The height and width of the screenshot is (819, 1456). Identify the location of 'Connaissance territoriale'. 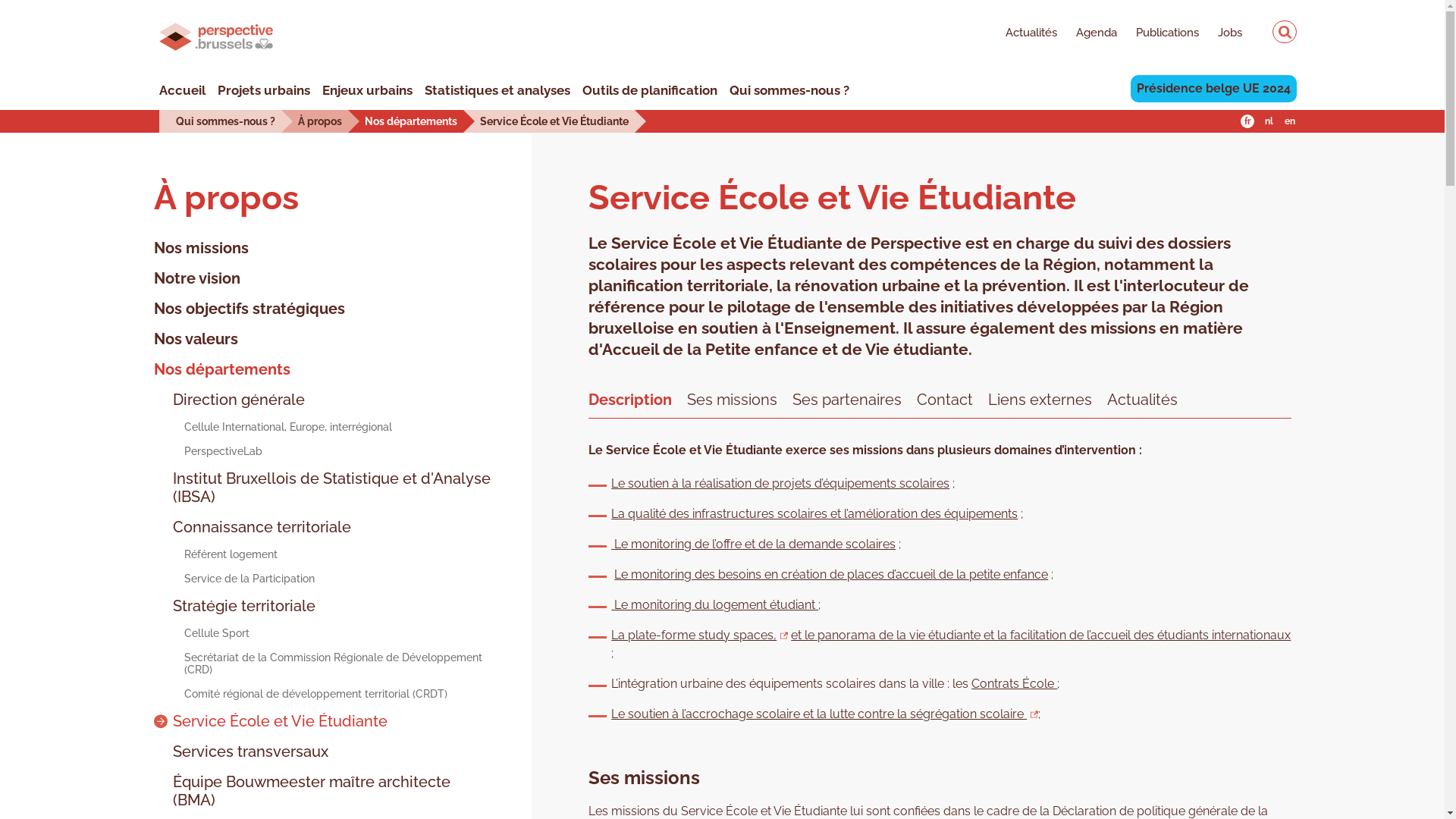
(251, 526).